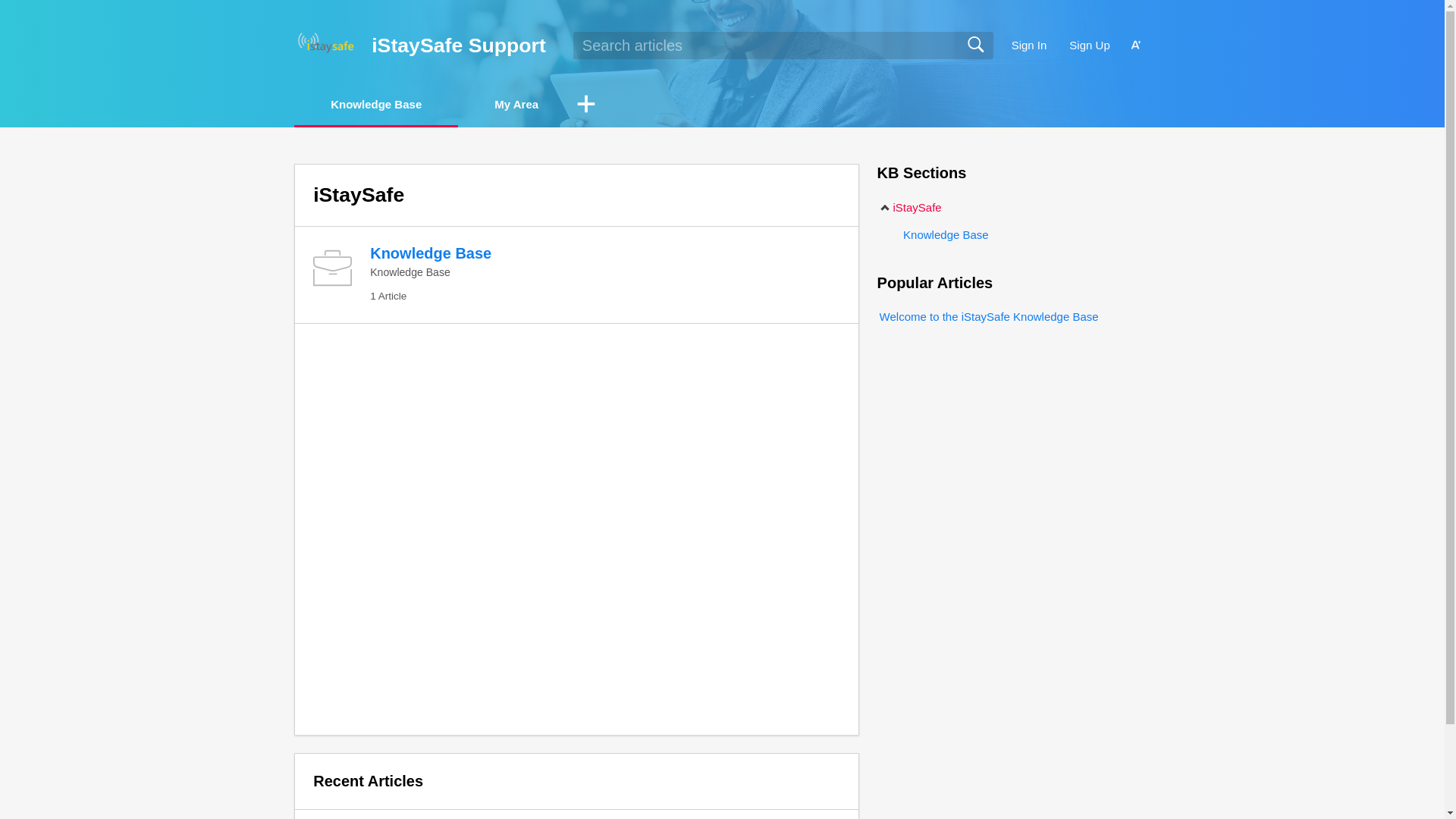 Image resolution: width=1456 pixels, height=819 pixels. I want to click on 'My Area', so click(516, 103).